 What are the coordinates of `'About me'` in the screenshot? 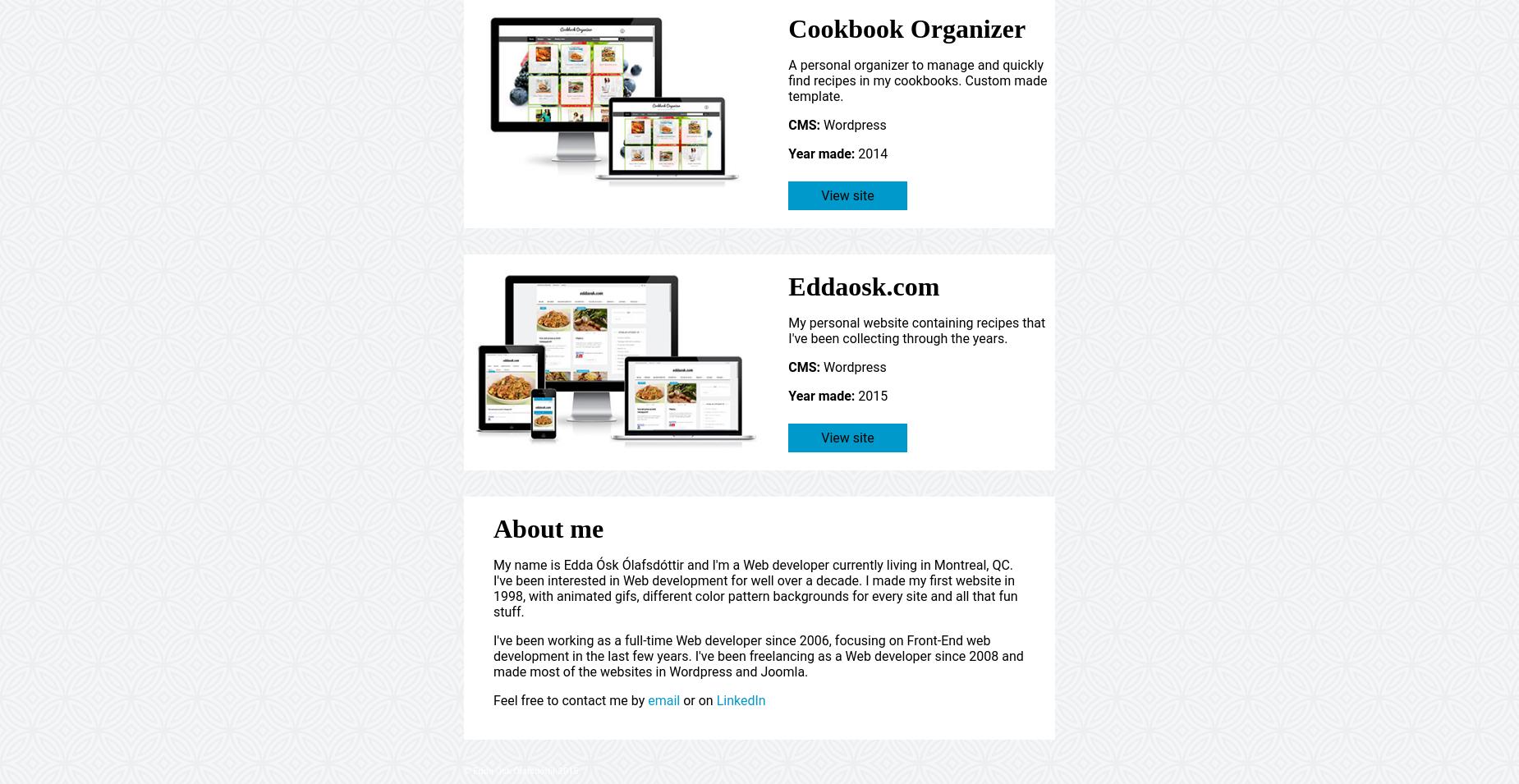 It's located at (548, 527).